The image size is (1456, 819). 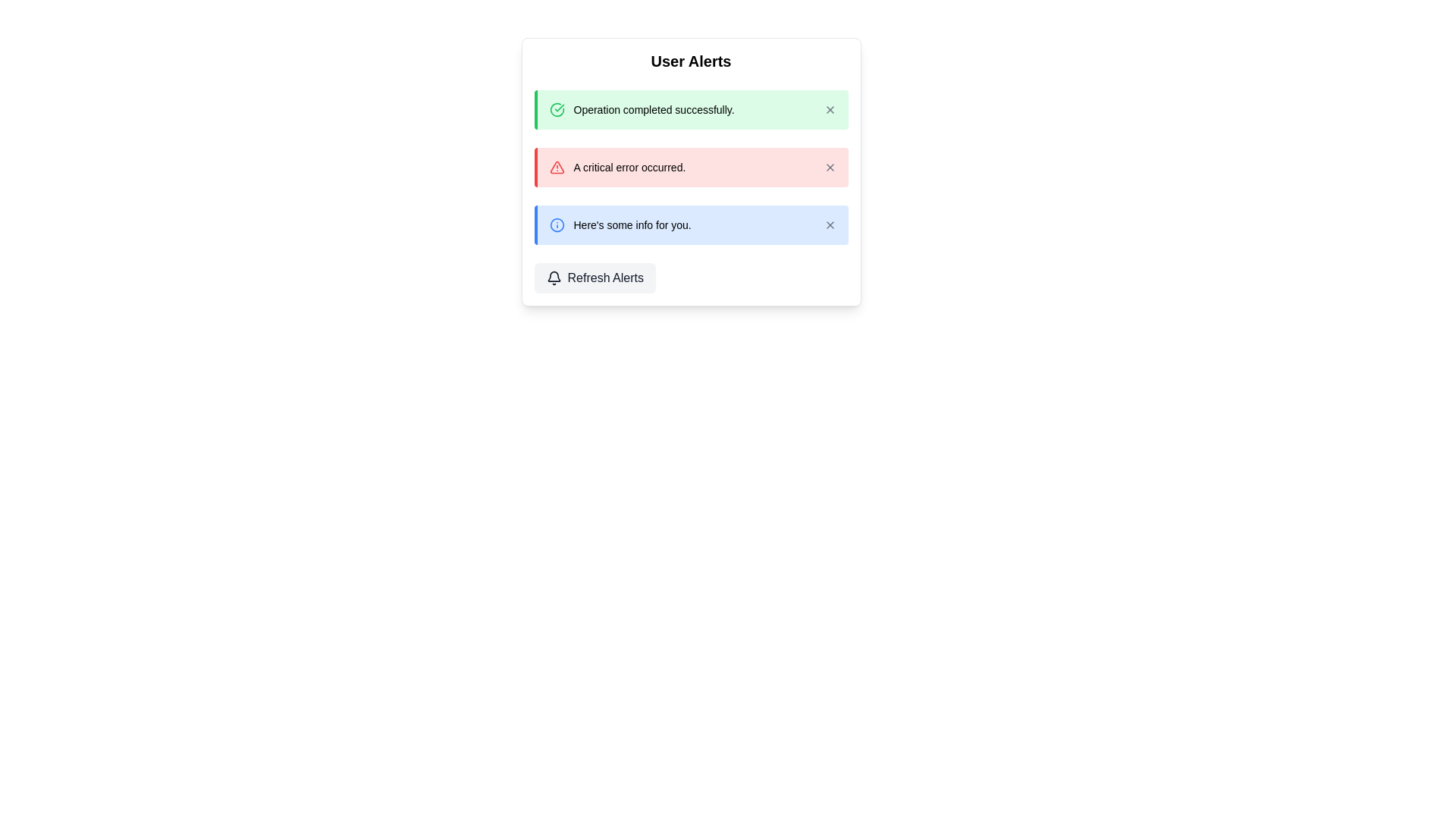 I want to click on the Notification message that indicates an operation has been successfully completed, located under the header 'User Alerts', so click(x=690, y=109).